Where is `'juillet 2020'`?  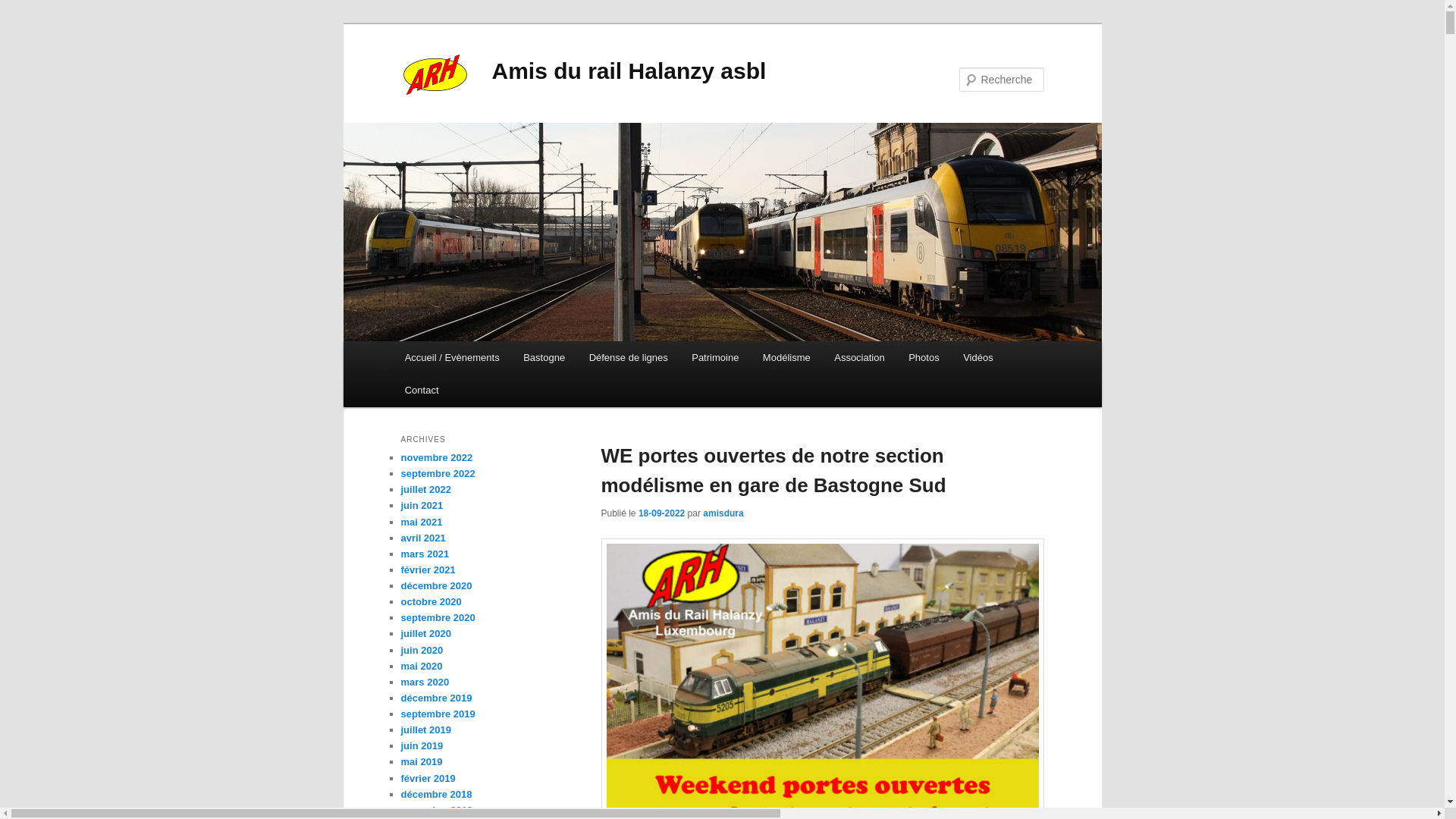 'juillet 2020' is located at coordinates (425, 633).